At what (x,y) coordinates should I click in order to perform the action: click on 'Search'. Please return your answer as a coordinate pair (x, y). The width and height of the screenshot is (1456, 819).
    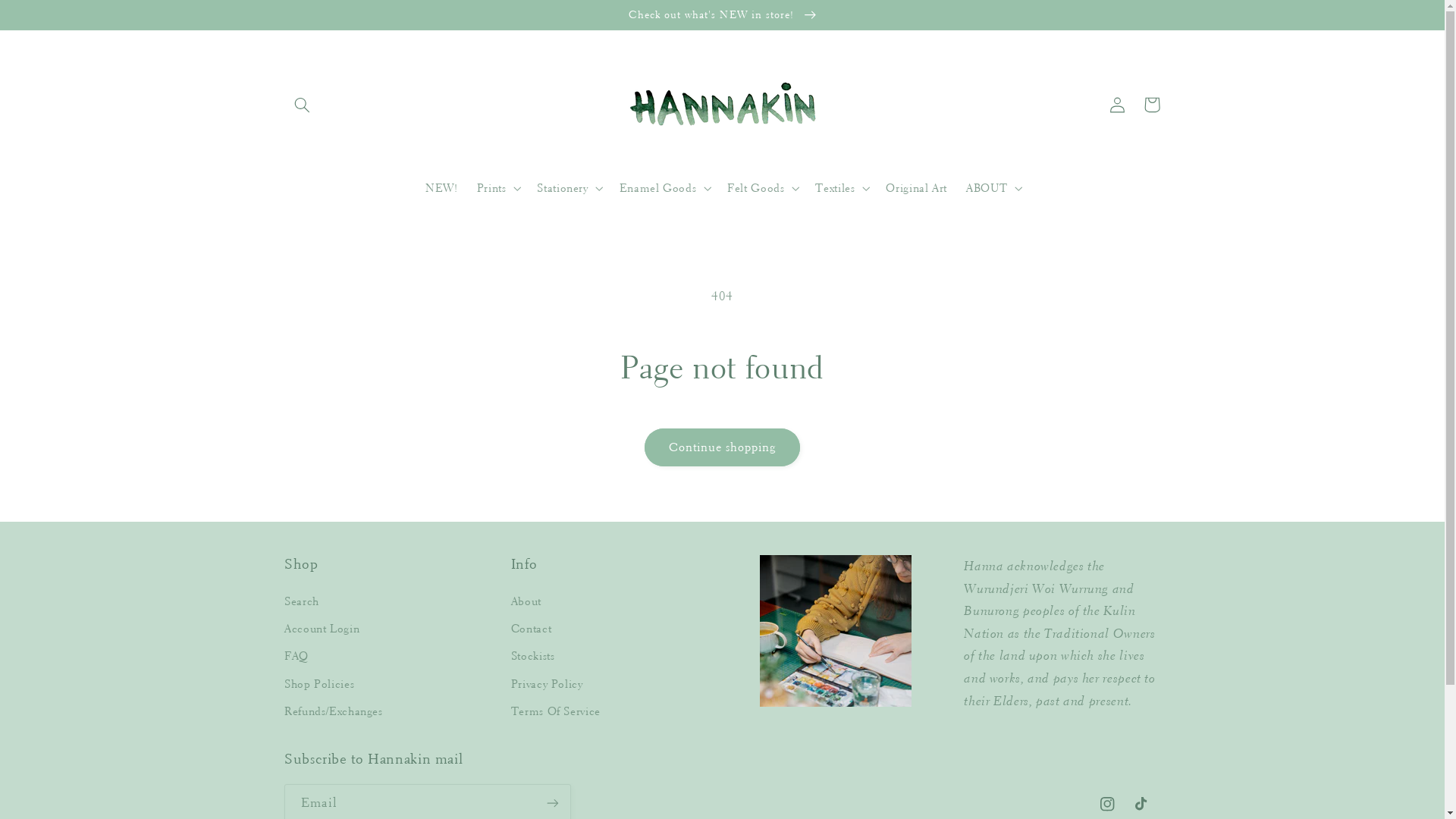
    Looking at the image, I should click on (284, 603).